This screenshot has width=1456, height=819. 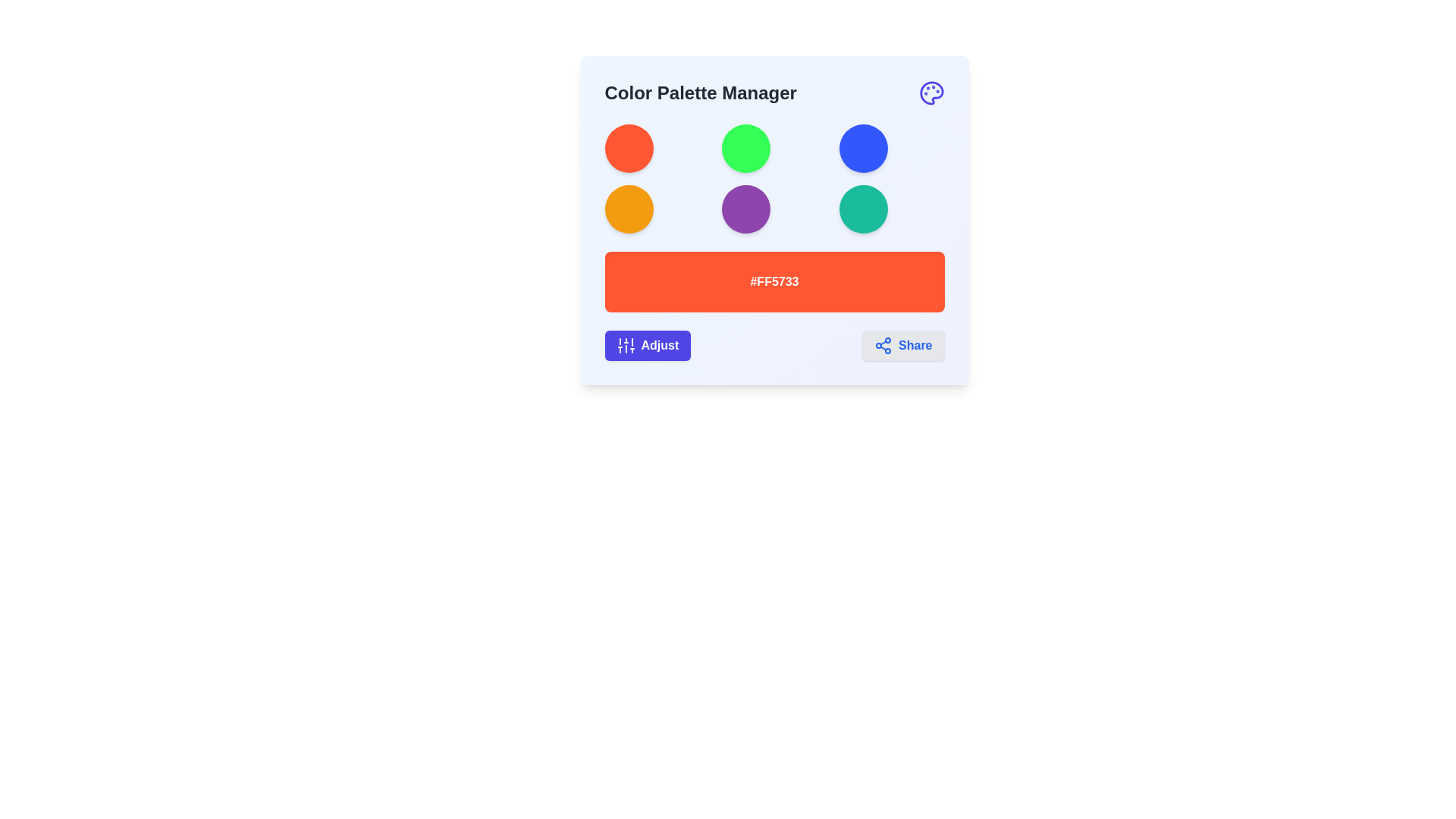 What do you see at coordinates (746, 149) in the screenshot?
I see `the interactive circle button that represents the green color option in the color palette picker` at bounding box center [746, 149].